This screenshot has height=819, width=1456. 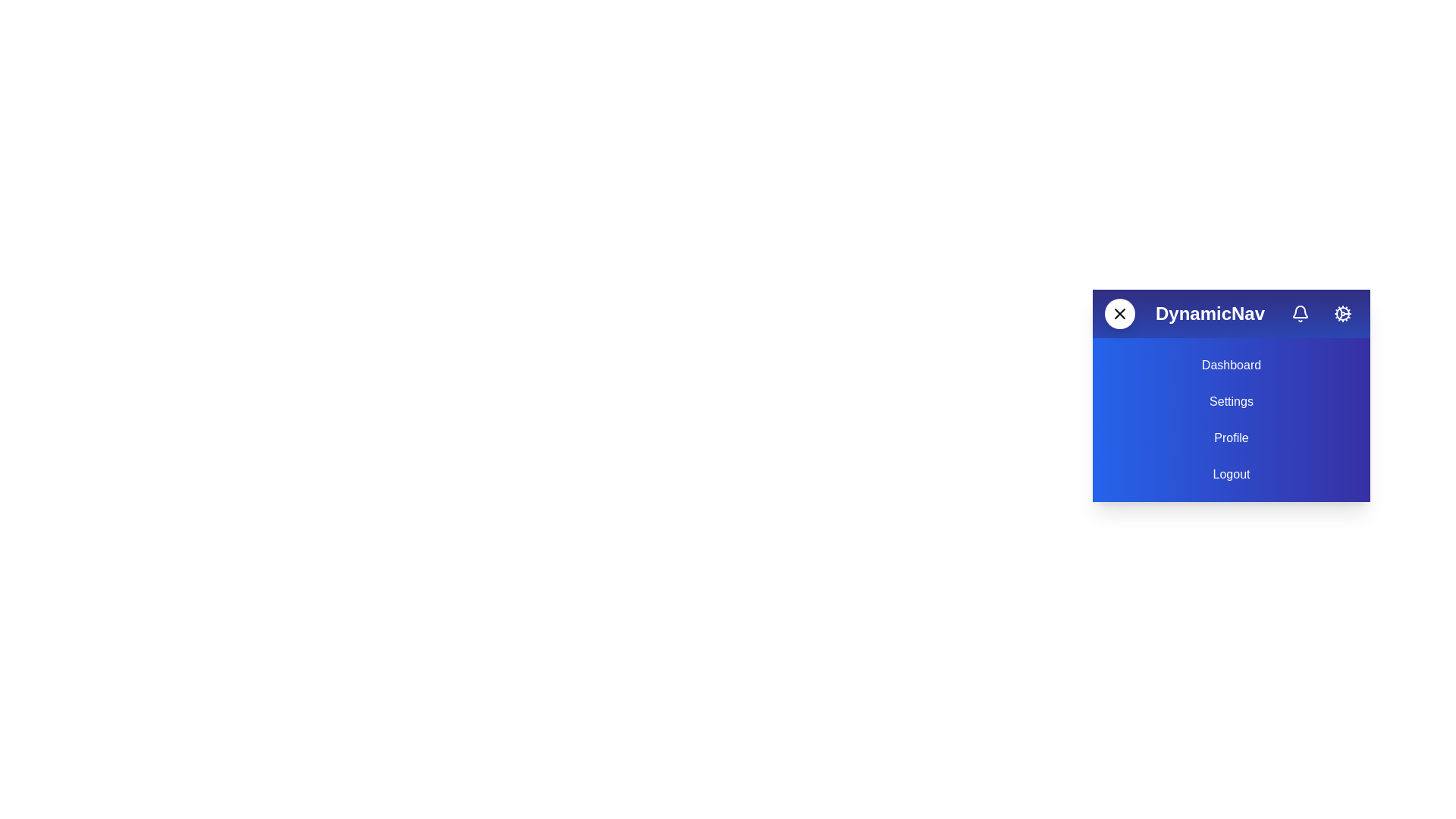 What do you see at coordinates (1299, 312) in the screenshot?
I see `the notification button to trigger its functionality` at bounding box center [1299, 312].